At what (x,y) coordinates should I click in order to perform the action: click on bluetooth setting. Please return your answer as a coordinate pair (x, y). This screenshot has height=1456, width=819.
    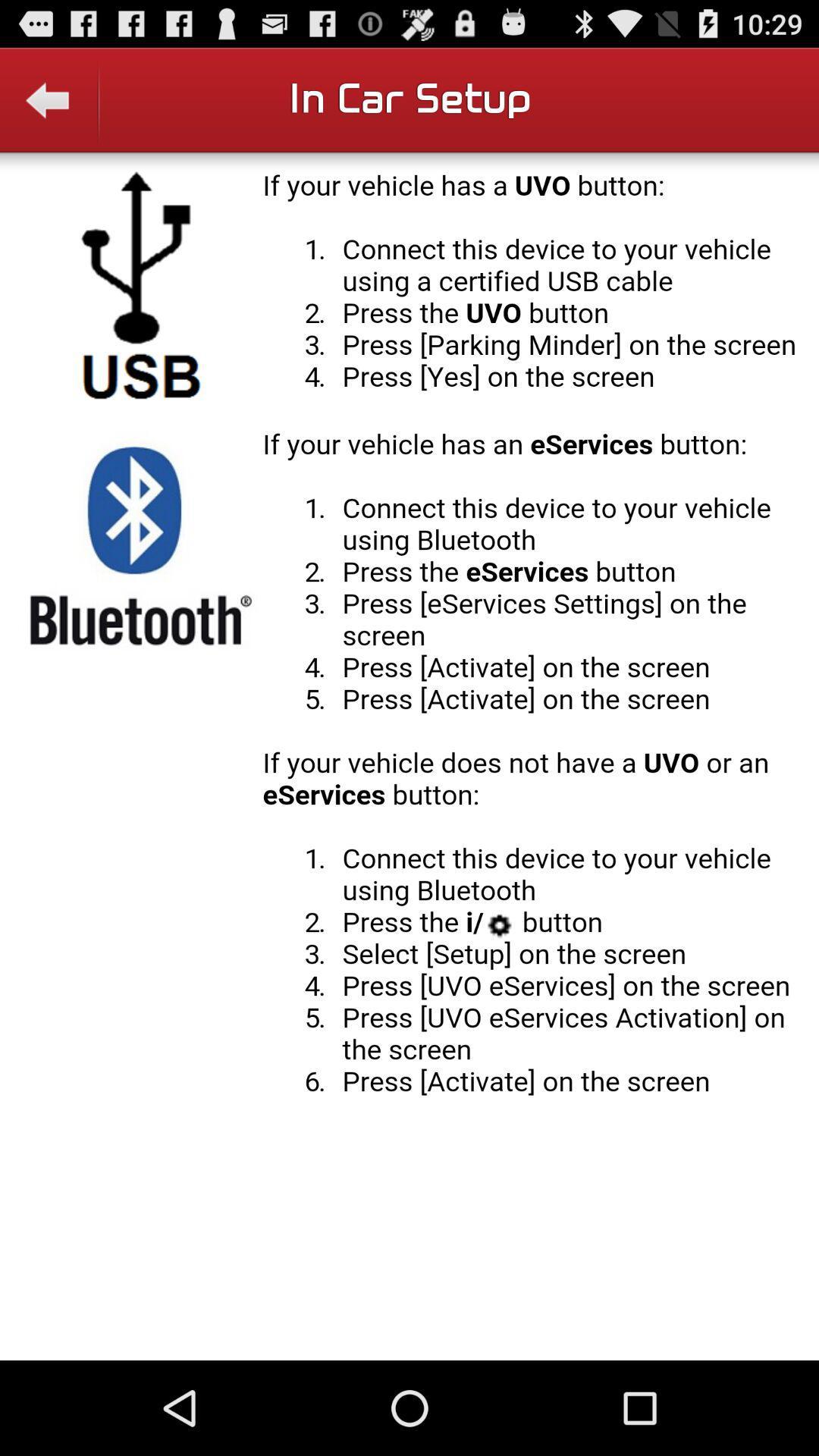
    Looking at the image, I should click on (409, 756).